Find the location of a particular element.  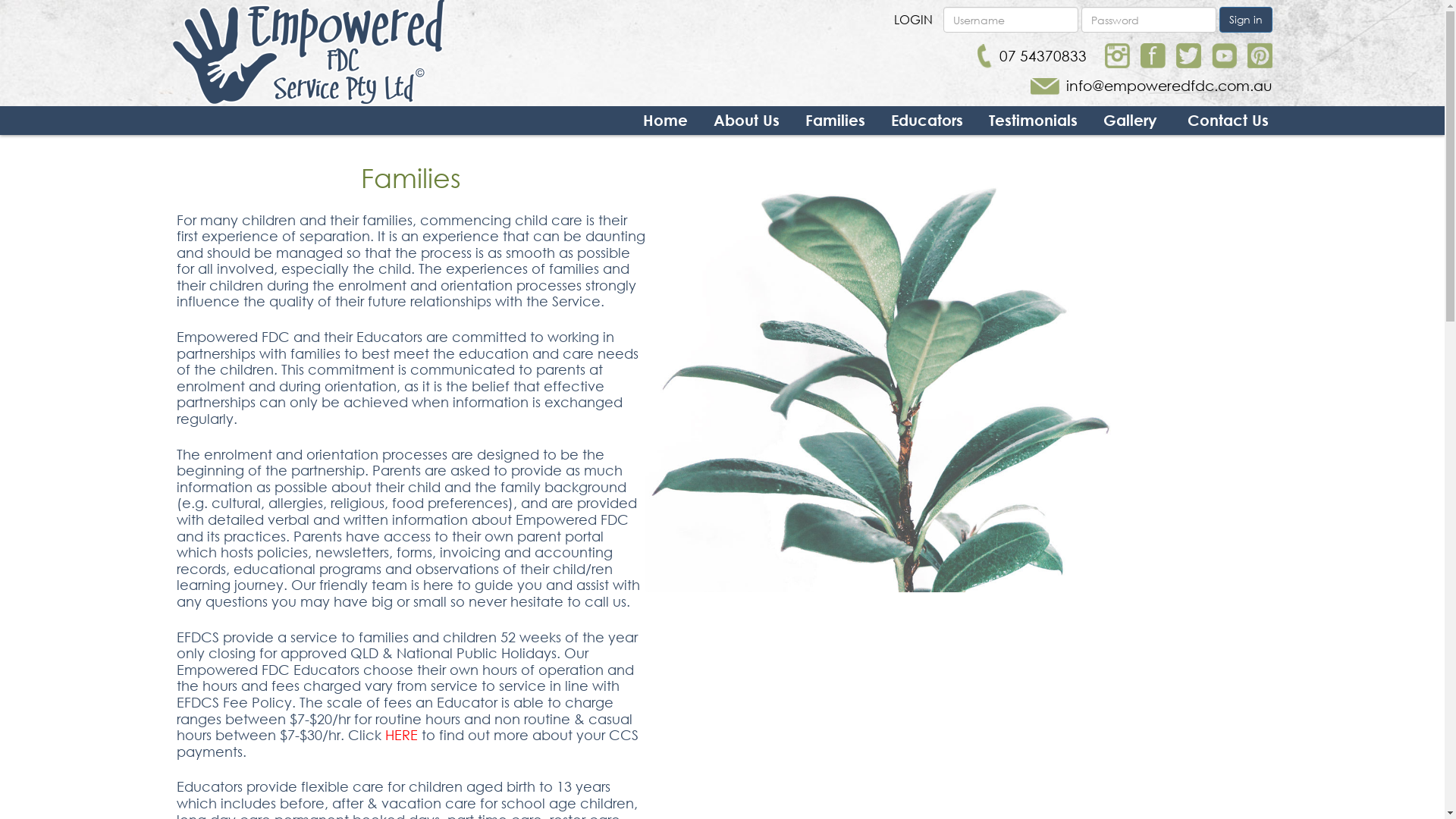

'Gallery' is located at coordinates (1129, 119).